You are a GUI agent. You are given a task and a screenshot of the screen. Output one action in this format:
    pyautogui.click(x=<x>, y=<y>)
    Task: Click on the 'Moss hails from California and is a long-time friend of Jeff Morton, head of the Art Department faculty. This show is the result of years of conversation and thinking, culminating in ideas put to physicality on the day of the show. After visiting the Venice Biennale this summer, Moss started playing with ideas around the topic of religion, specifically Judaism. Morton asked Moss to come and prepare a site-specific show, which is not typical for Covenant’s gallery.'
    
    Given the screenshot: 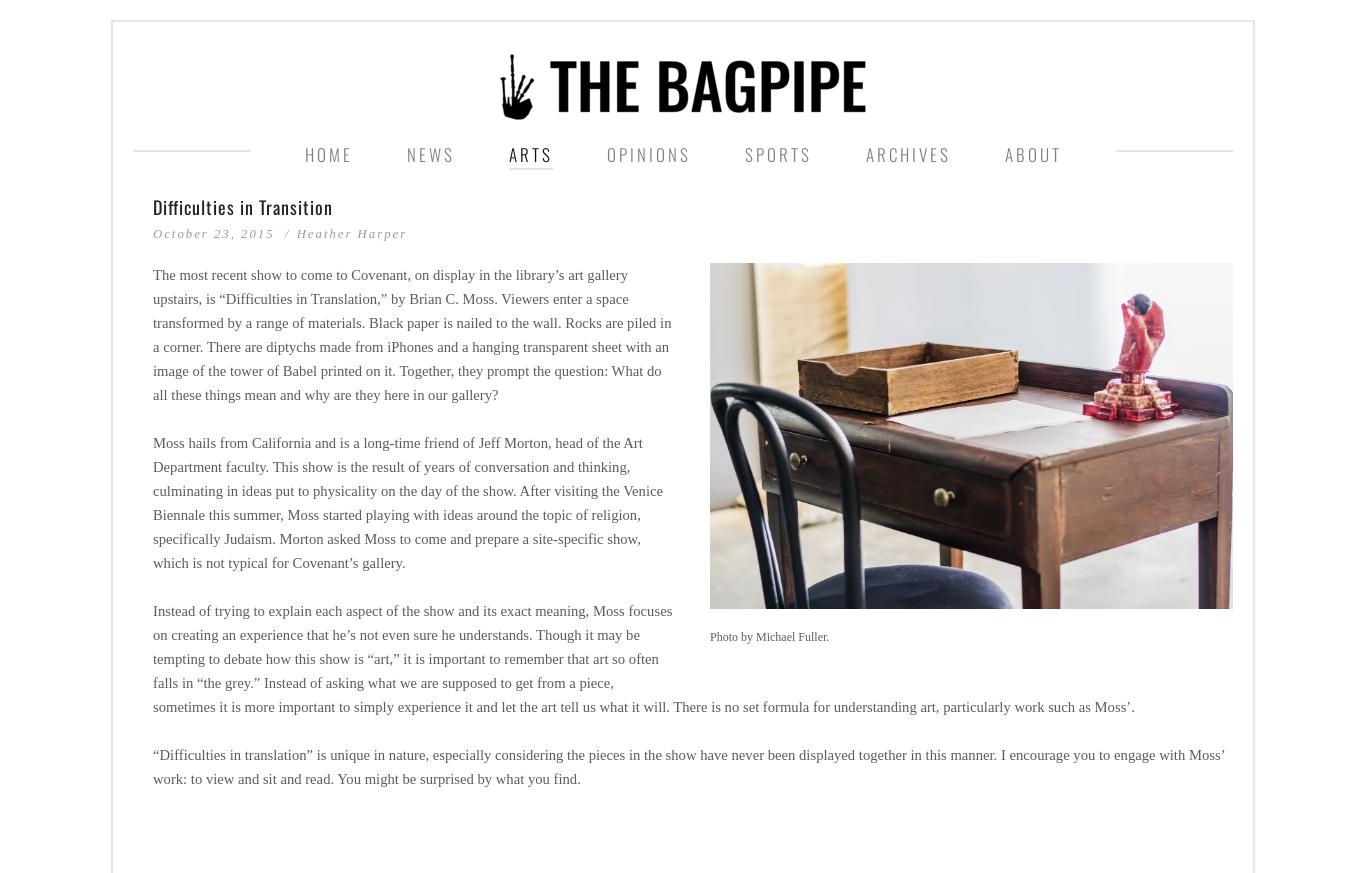 What is the action you would take?
    pyautogui.click(x=407, y=501)
    